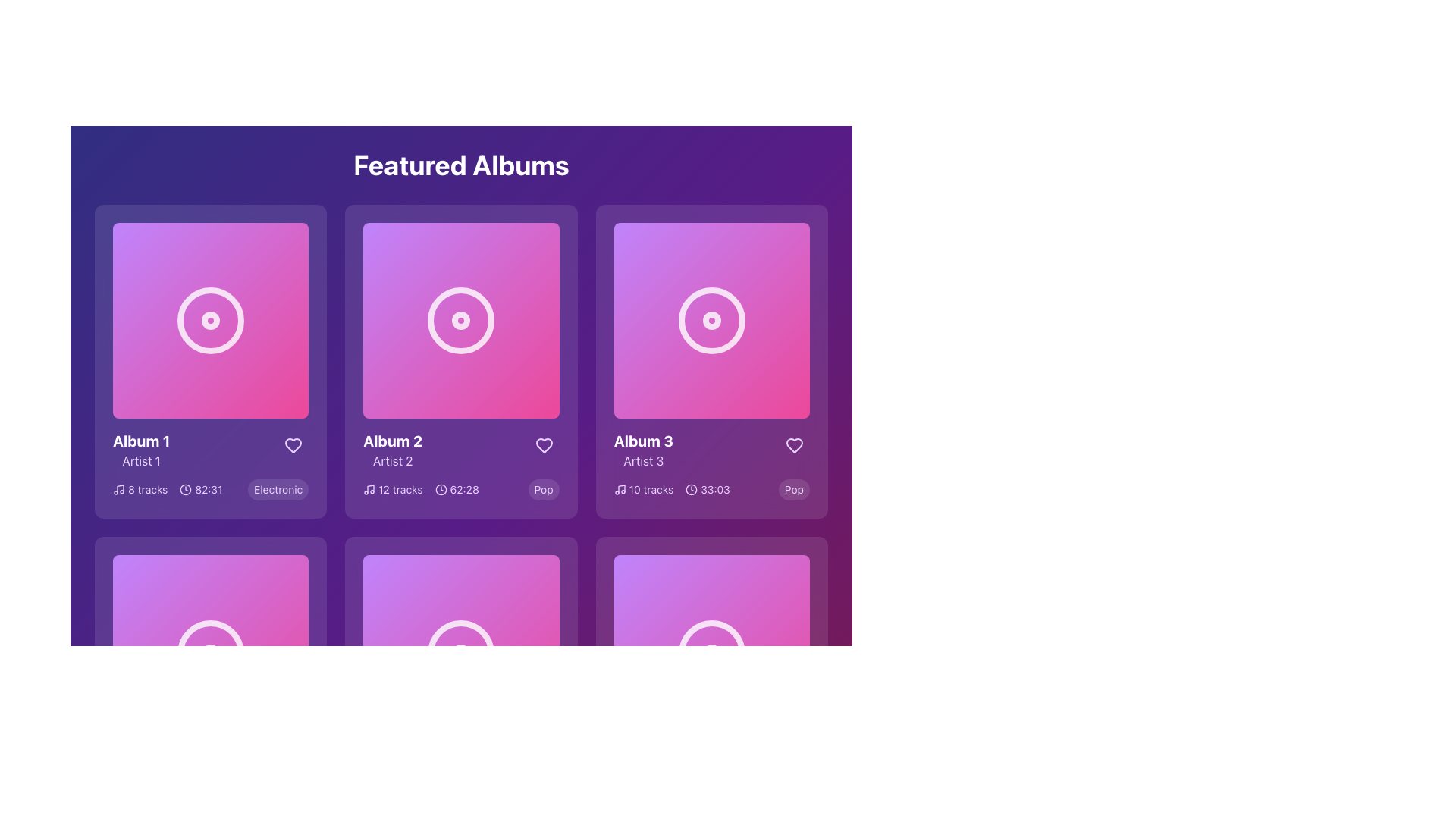 This screenshot has height=819, width=1456. I want to click on the favorite icon located at the bottom-right corner of the card for 'Album 1' in the 'Featured Albums' section, so click(293, 445).